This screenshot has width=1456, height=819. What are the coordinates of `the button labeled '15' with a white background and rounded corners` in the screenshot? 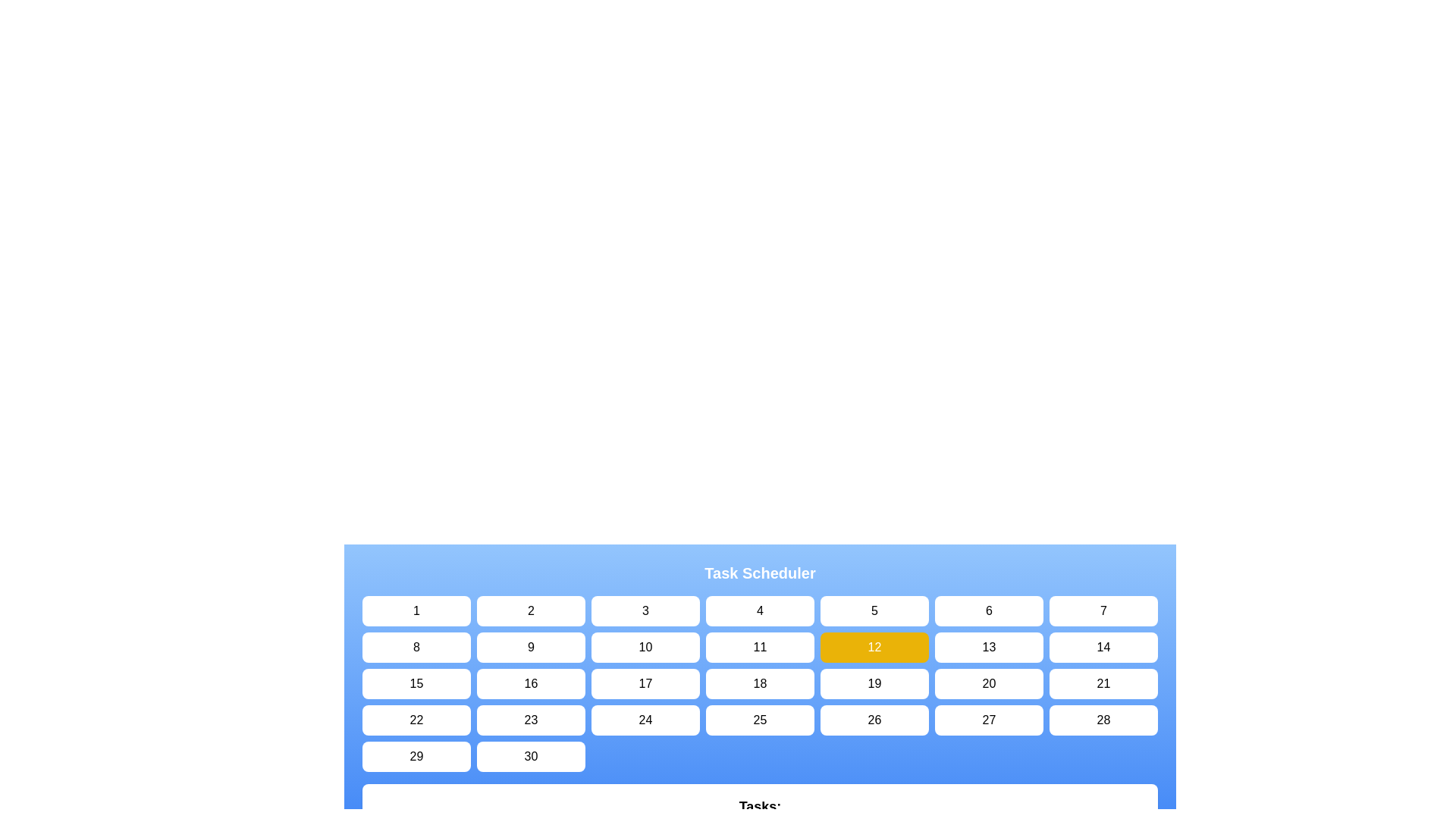 It's located at (416, 684).